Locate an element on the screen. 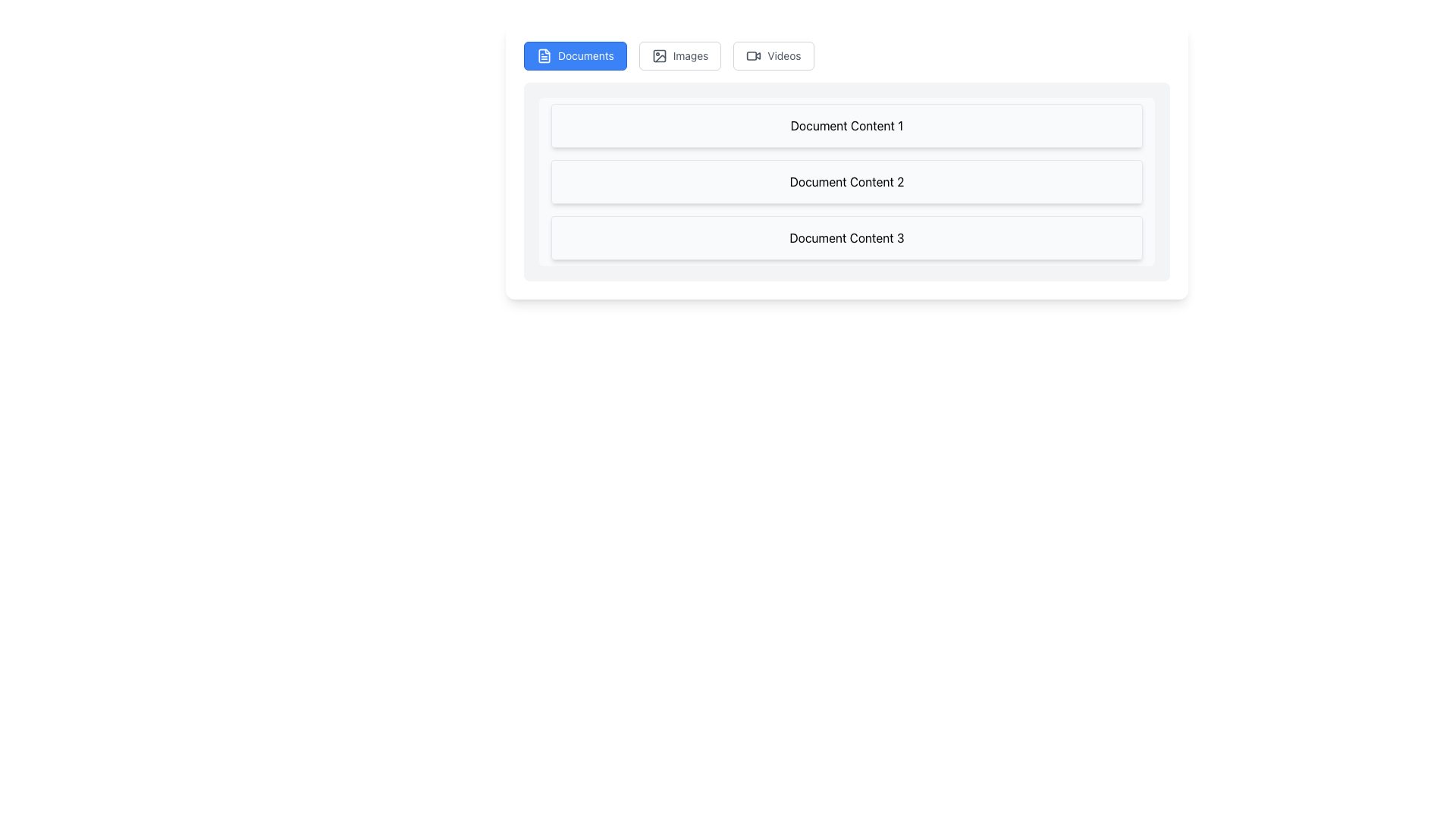 The image size is (1456, 819). the decorative icon representing the 'Images' tab, which is located at the center of the navigation bar, positioned between the 'Documents' button and the 'Videos' button is located at coordinates (659, 55).